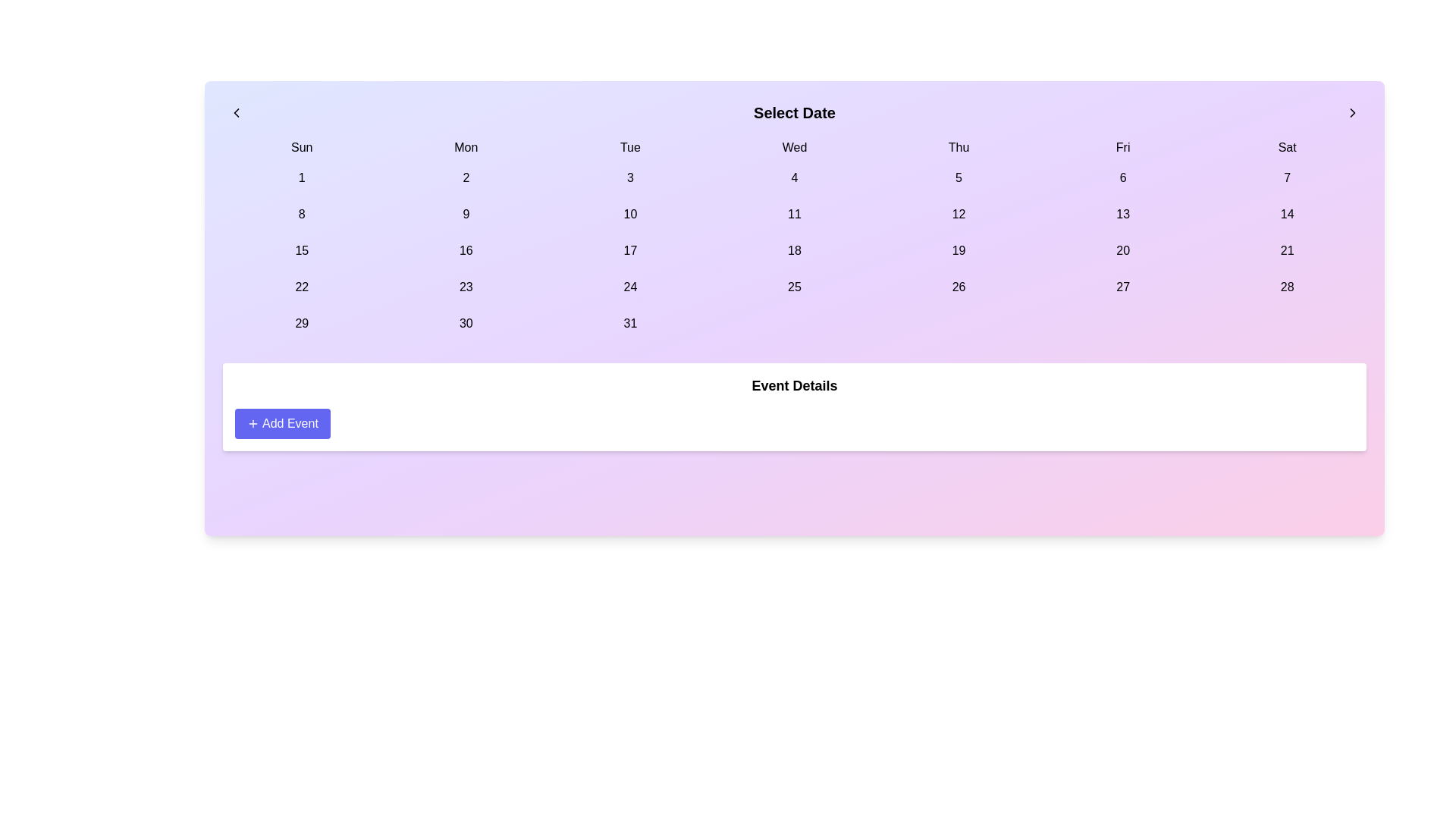 This screenshot has width=1456, height=819. I want to click on the square-shaped button displaying the number '9' located in the calendar grid under the 'Select Date' header, so click(465, 214).